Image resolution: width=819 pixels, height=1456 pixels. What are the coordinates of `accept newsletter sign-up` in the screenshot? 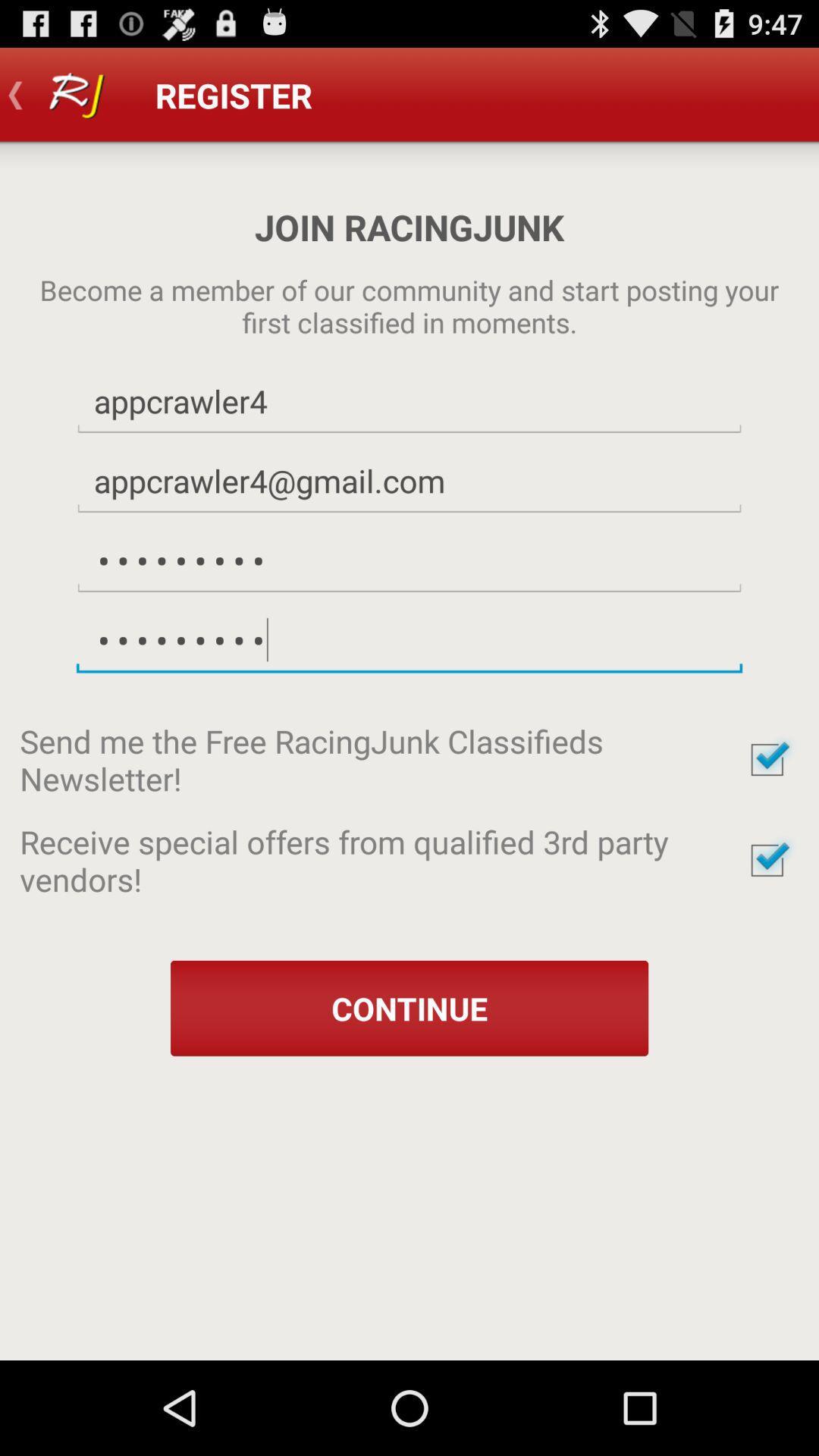 It's located at (767, 760).